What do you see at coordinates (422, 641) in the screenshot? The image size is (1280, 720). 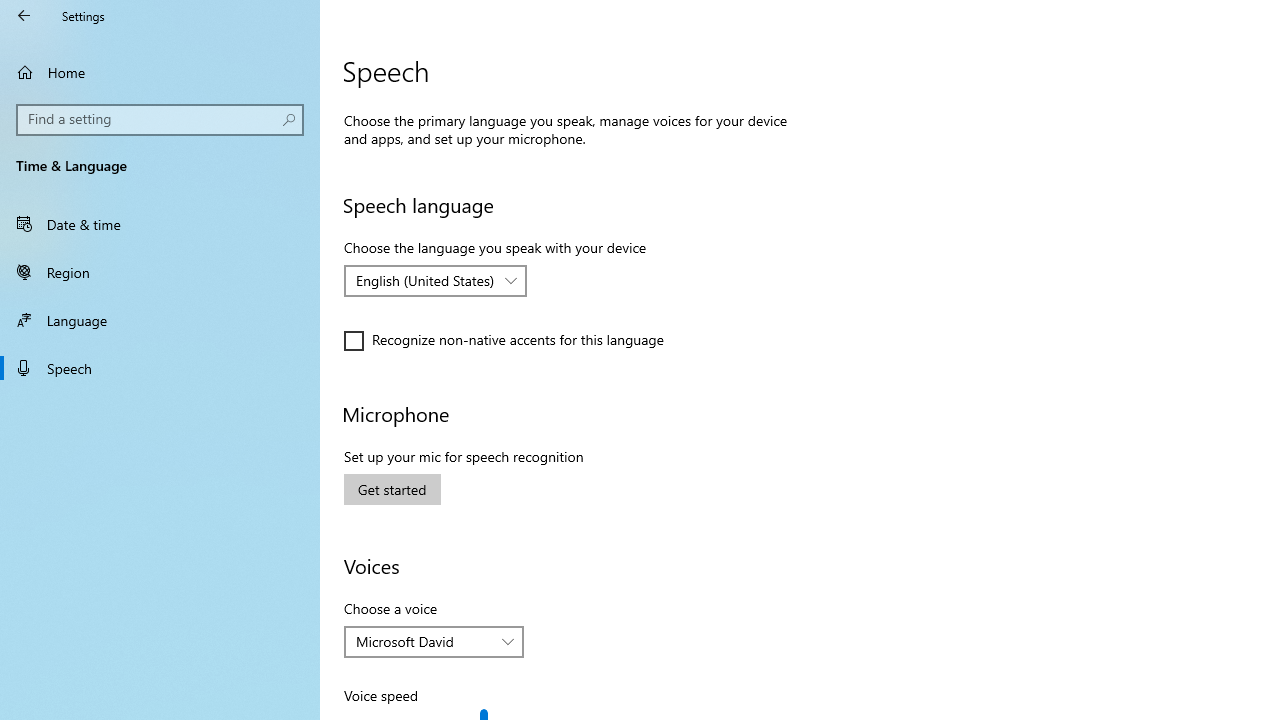 I see `'Microsoft David'` at bounding box center [422, 641].